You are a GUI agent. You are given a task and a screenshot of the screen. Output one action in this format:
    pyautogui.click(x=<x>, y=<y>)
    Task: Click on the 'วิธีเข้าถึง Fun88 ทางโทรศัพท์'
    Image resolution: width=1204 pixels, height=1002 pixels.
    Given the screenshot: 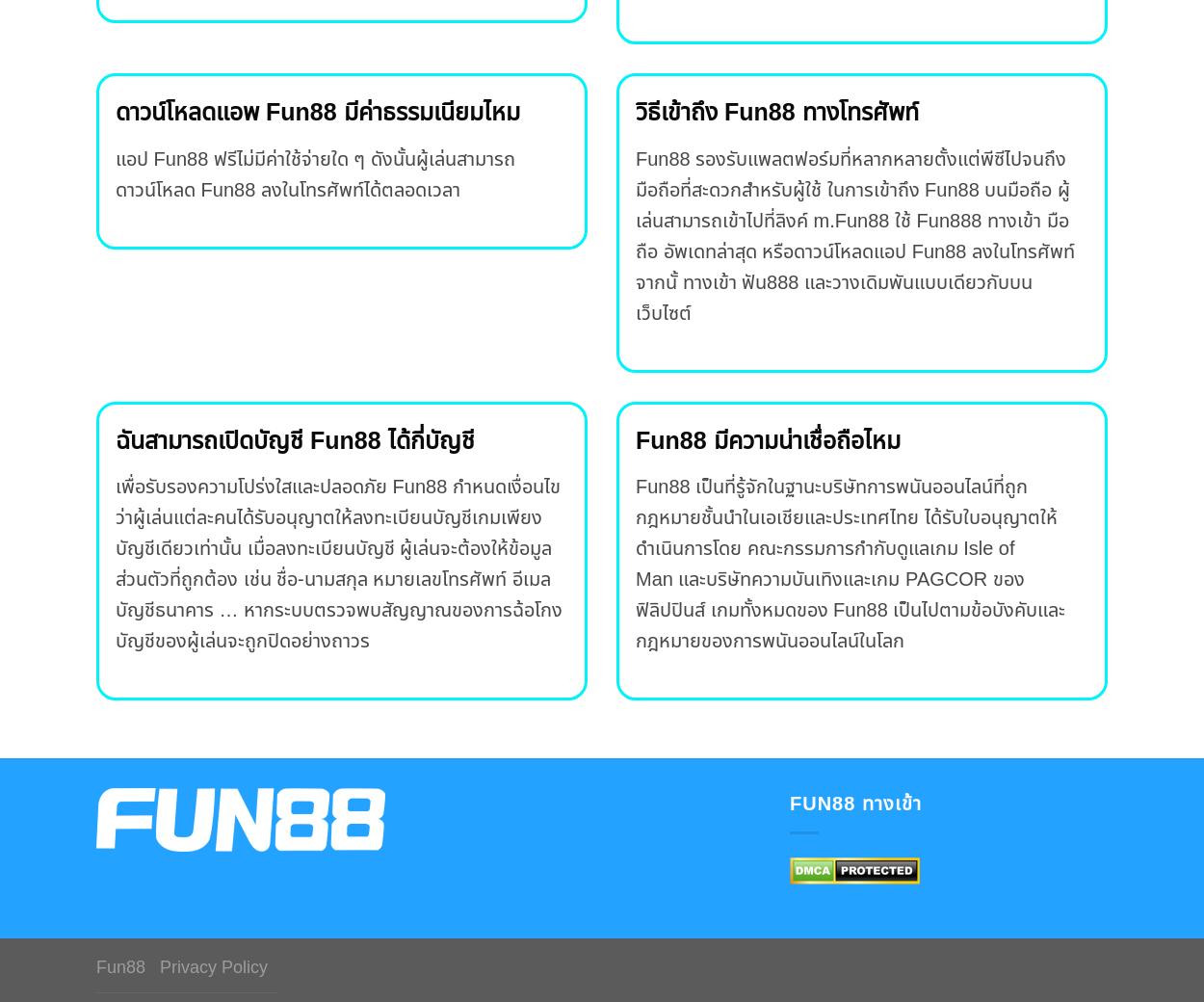 What is the action you would take?
    pyautogui.click(x=636, y=110)
    